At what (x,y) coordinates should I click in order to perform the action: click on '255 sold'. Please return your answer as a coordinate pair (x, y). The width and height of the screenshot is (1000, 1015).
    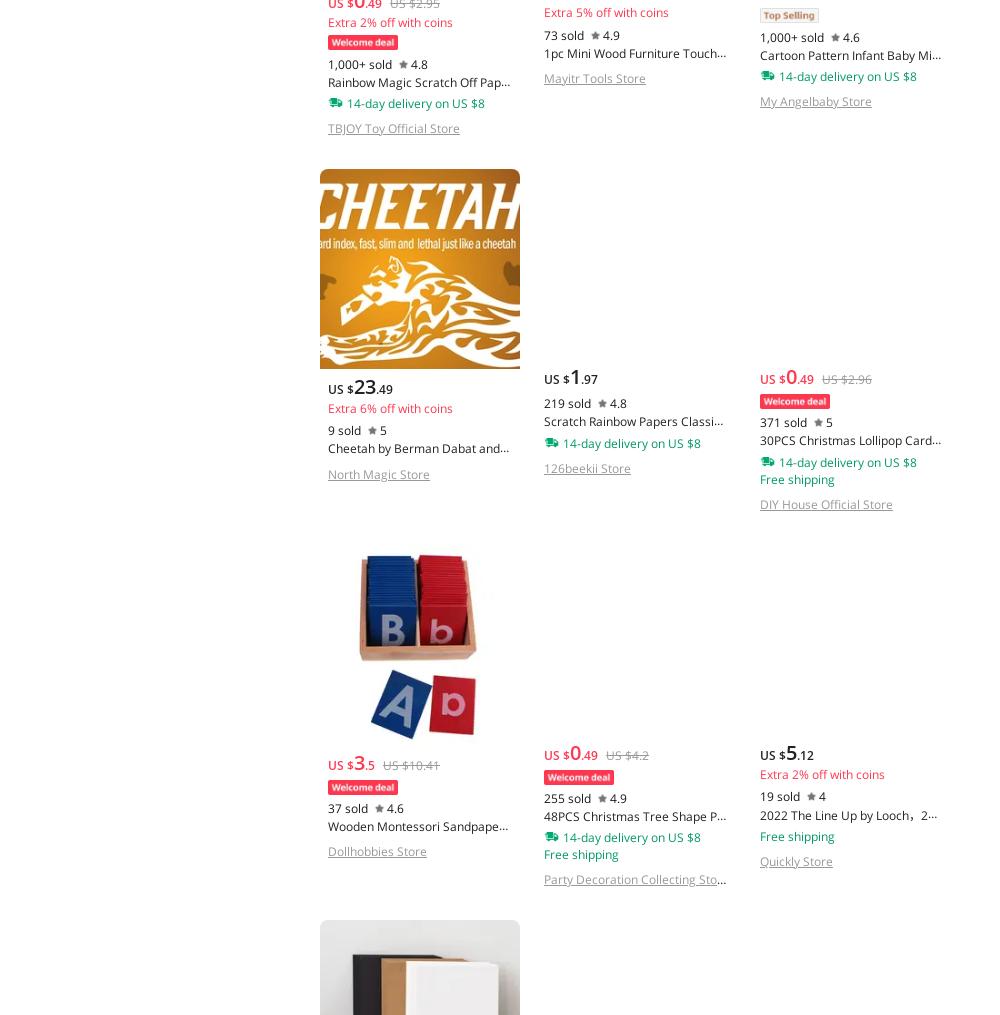
    Looking at the image, I should click on (565, 796).